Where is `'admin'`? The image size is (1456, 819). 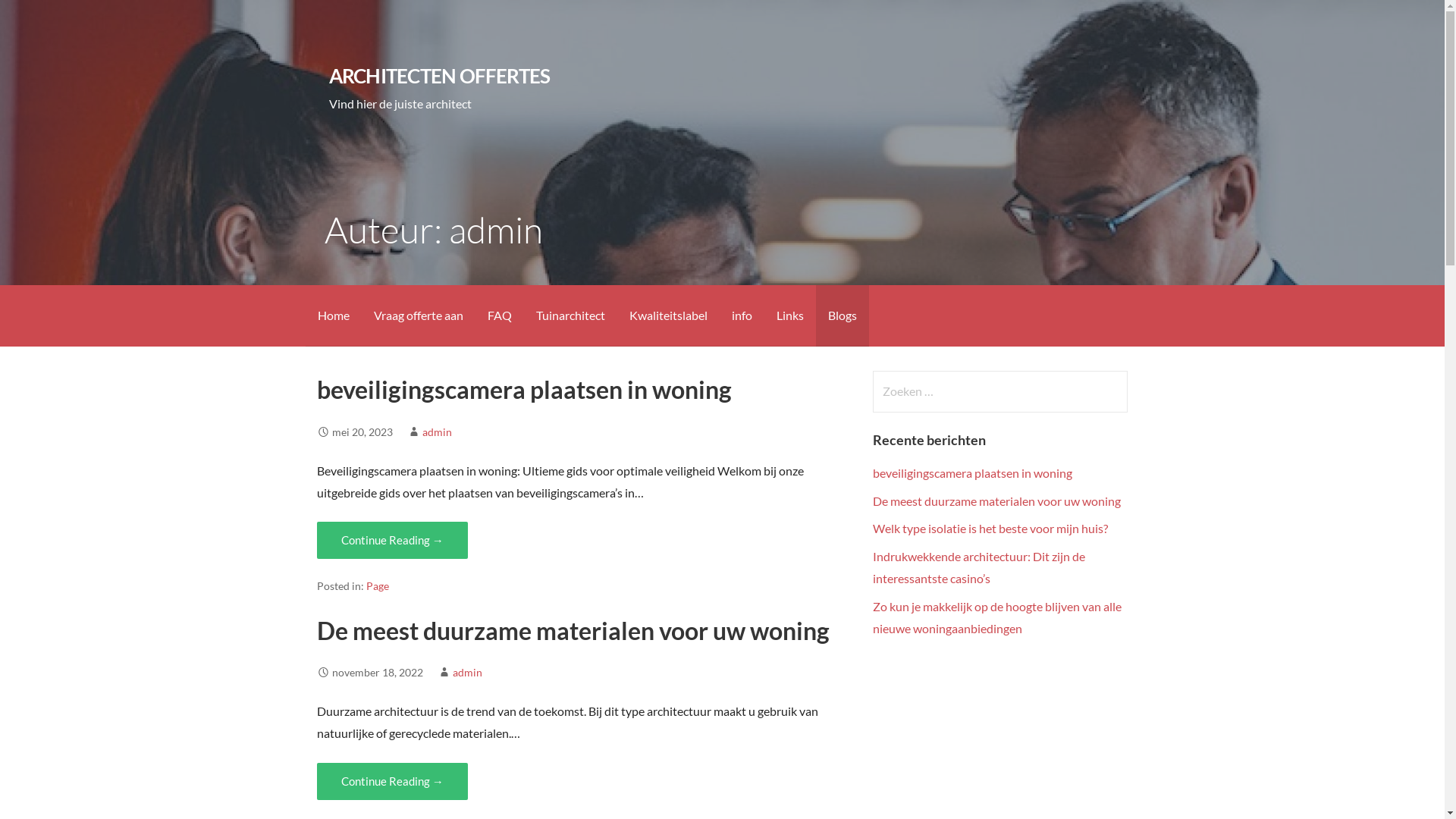
'admin' is located at coordinates (466, 671).